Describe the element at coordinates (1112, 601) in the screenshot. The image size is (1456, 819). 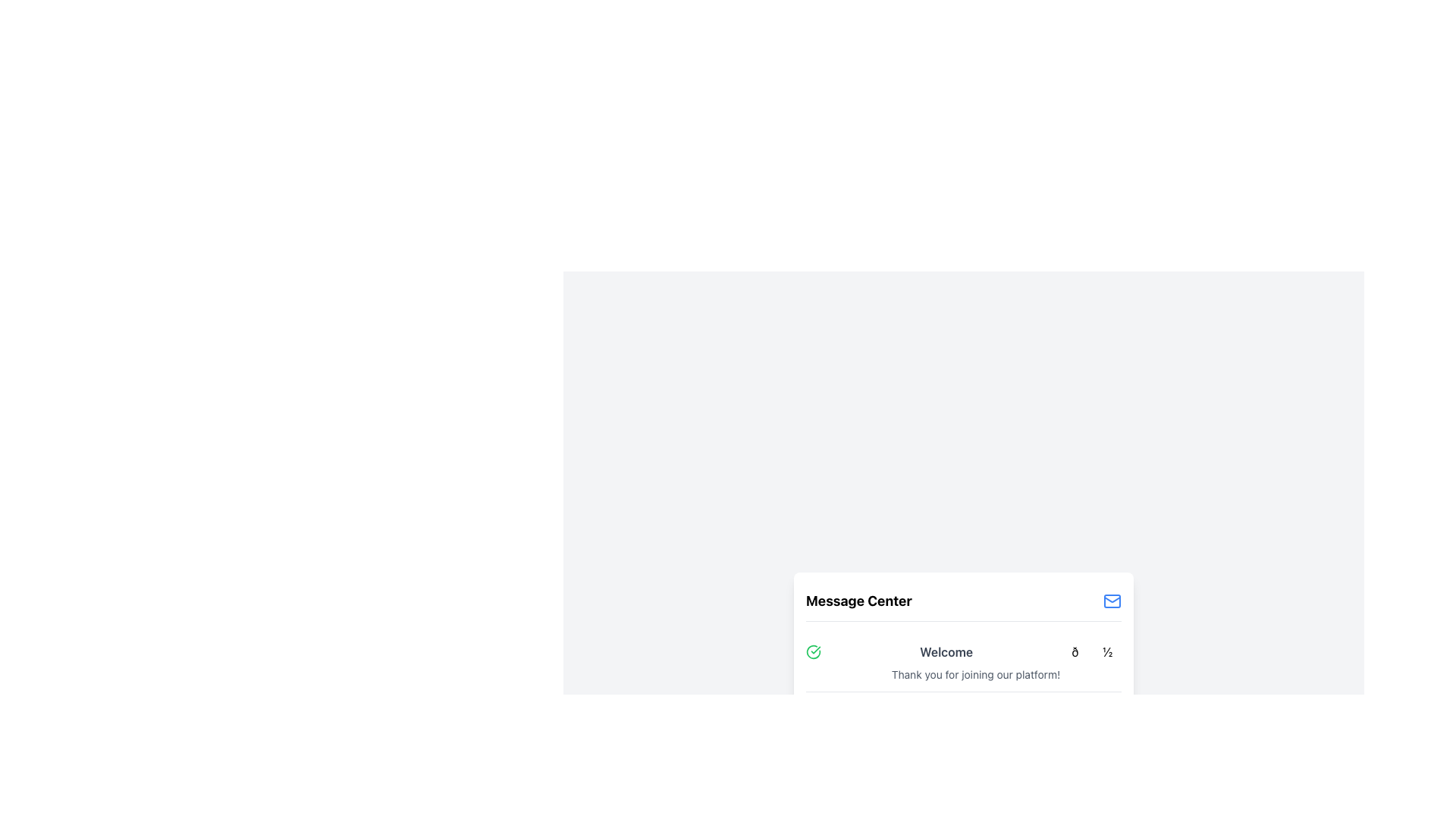
I see `the envelope icon in the top-right corner of the 'Message Center' section` at that location.